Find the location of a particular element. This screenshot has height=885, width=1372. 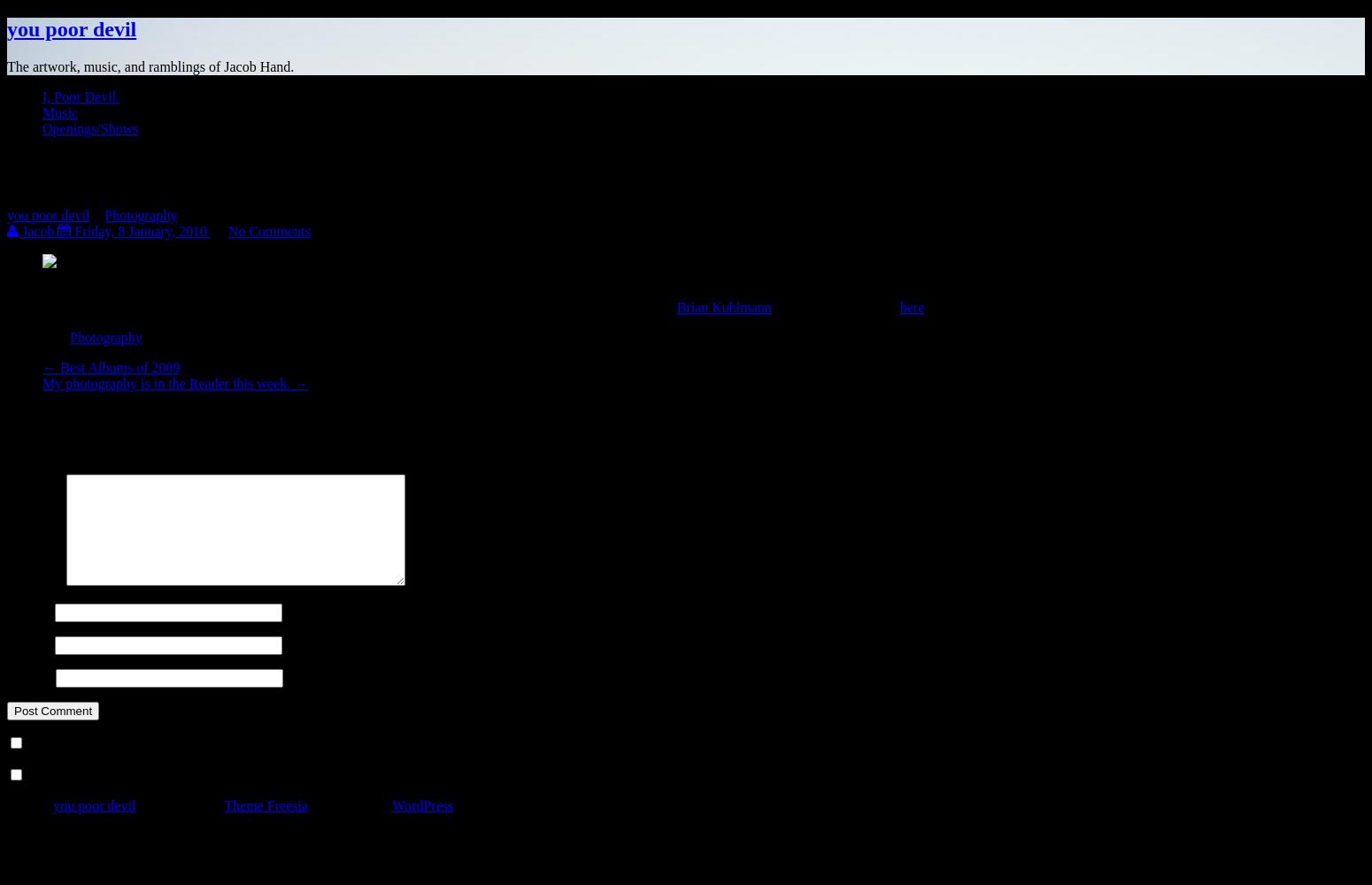

'Friday, 8 January, 2010' is located at coordinates (139, 230).